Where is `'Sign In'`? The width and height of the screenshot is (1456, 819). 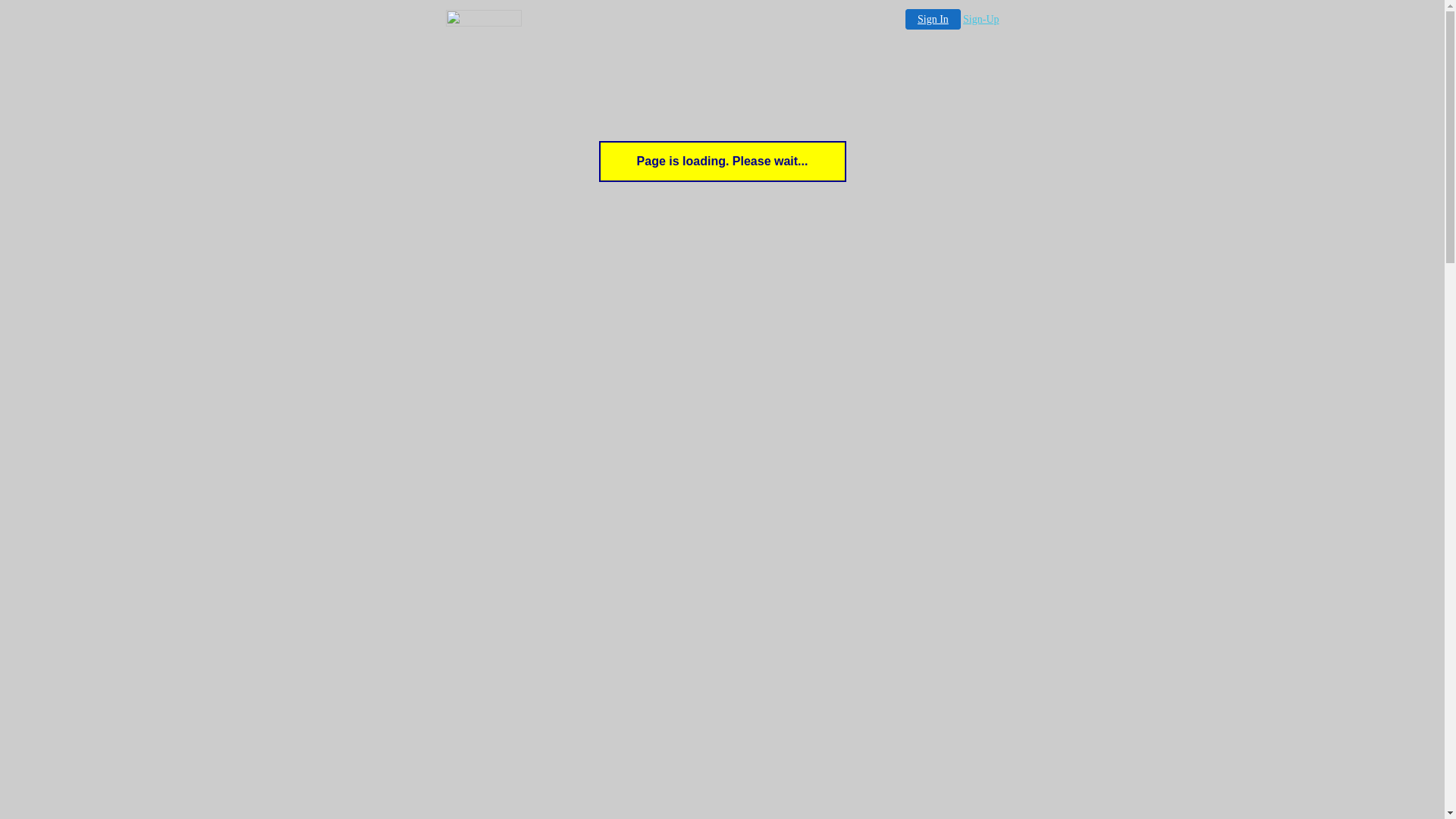
'Sign In' is located at coordinates (905, 19).